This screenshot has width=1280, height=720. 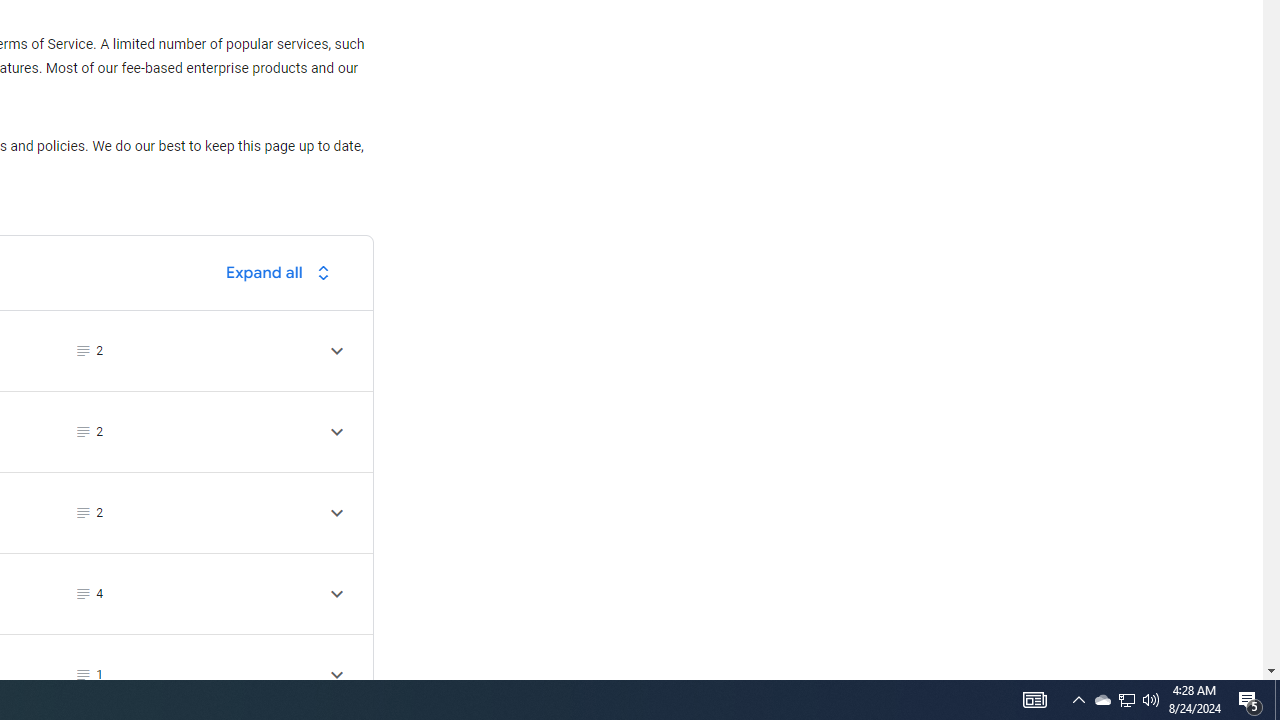 What do you see at coordinates (282, 272) in the screenshot?
I see `'Expand all'` at bounding box center [282, 272].